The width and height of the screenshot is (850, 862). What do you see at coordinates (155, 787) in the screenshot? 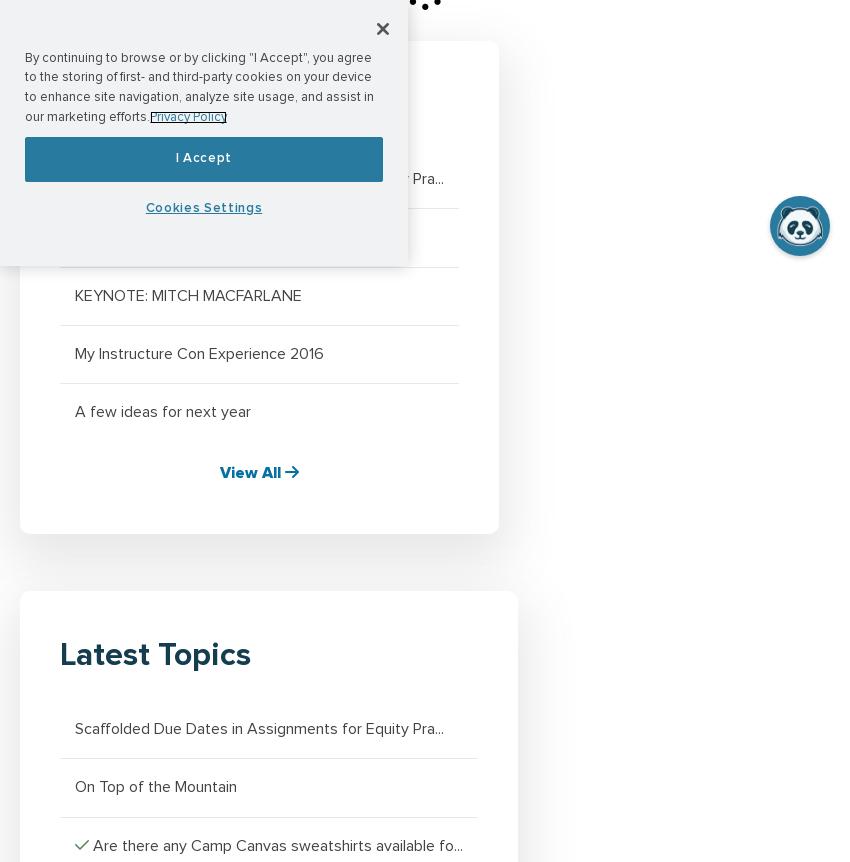
I see `'On Top of the Mountain'` at bounding box center [155, 787].